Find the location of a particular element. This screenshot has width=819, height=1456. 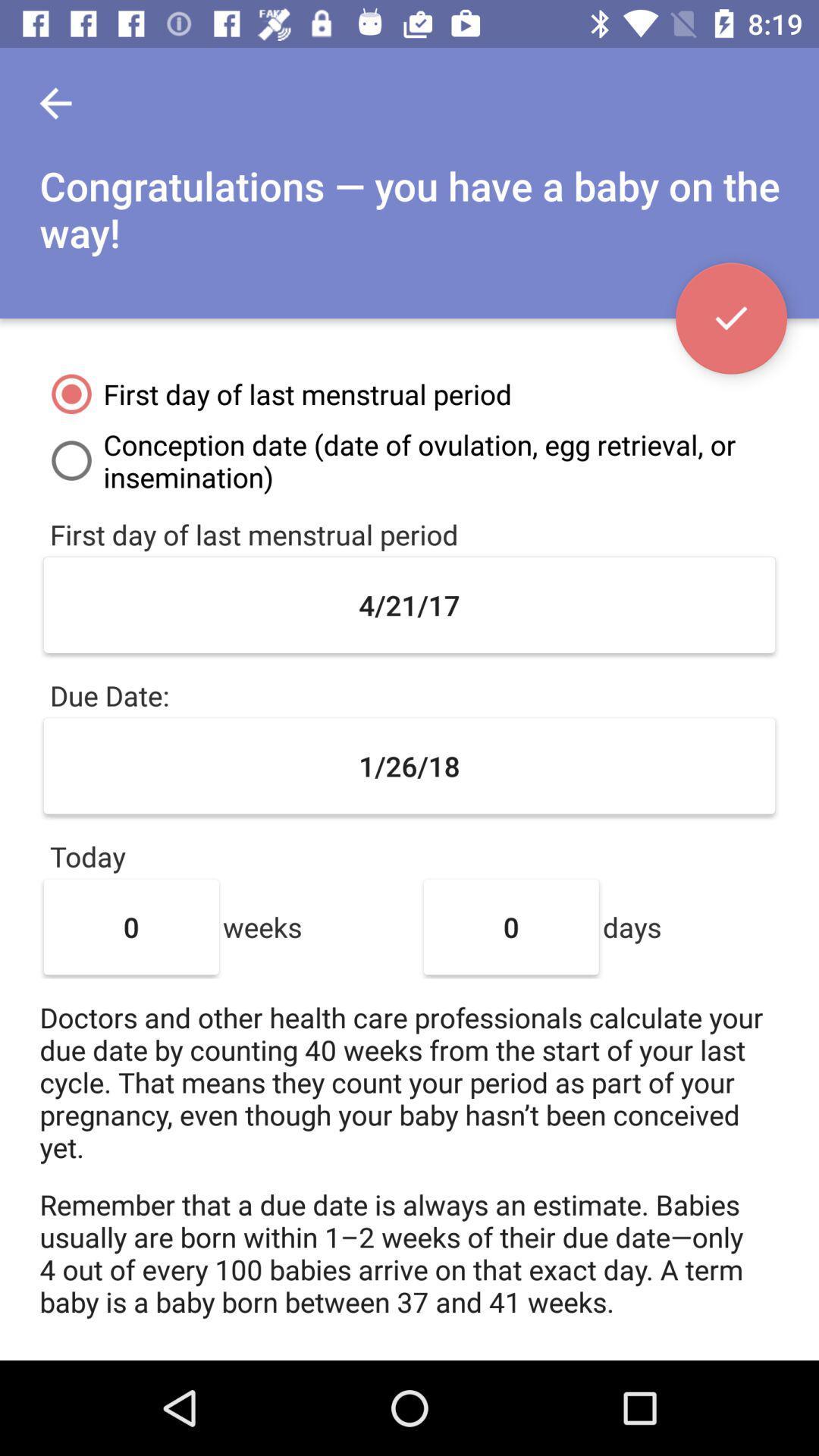

the icon next to the first day of icon is located at coordinates (730, 318).